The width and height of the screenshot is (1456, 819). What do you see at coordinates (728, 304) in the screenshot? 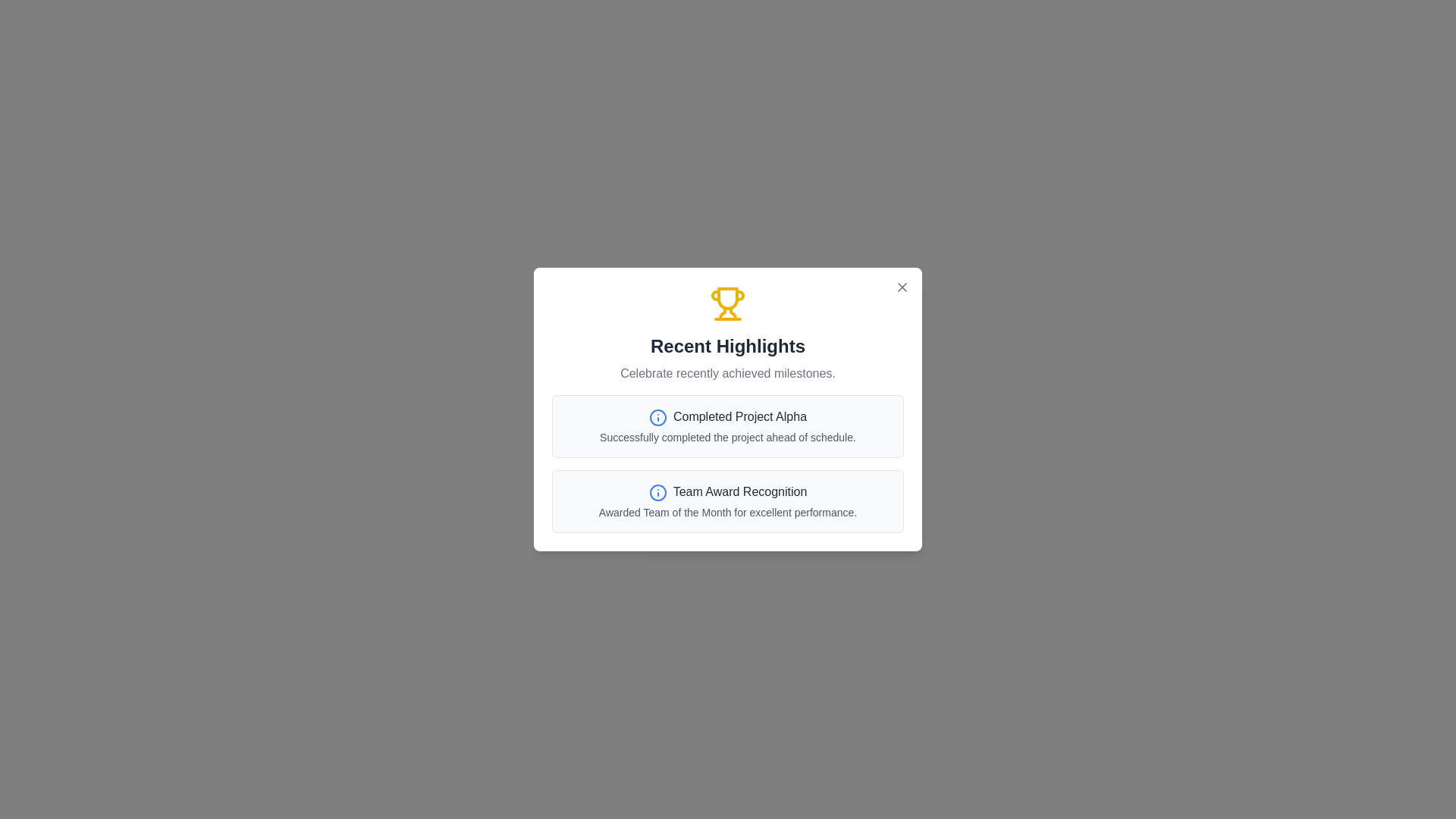
I see `the golden trophy icon located at the center top of the 'Recent Highlights' modal window` at bounding box center [728, 304].